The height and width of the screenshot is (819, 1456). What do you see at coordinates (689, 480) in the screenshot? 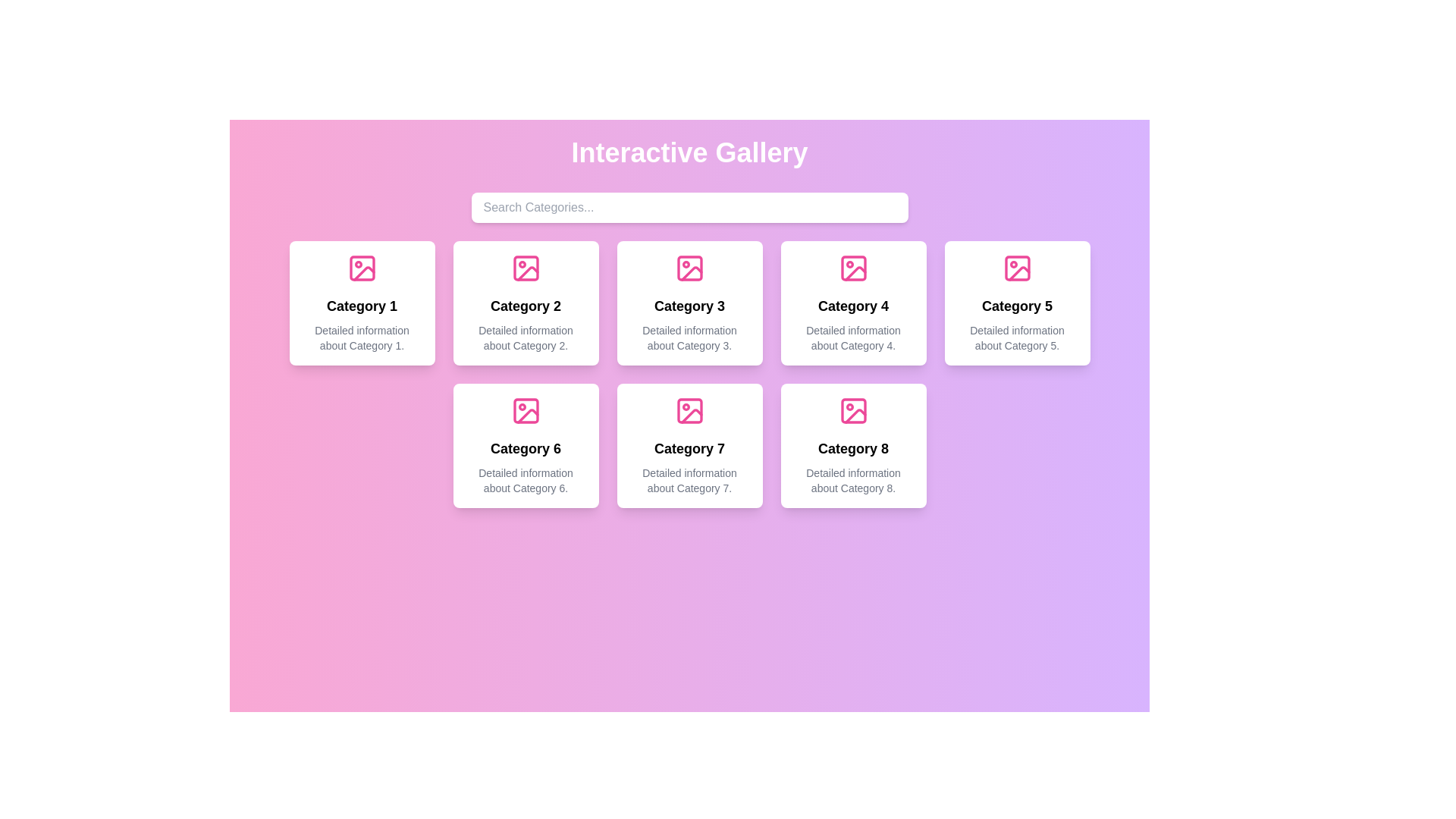
I see `static text block that displays 'Detailed information about Category 7.' located at the bottom of the 'Category 7' card` at bounding box center [689, 480].